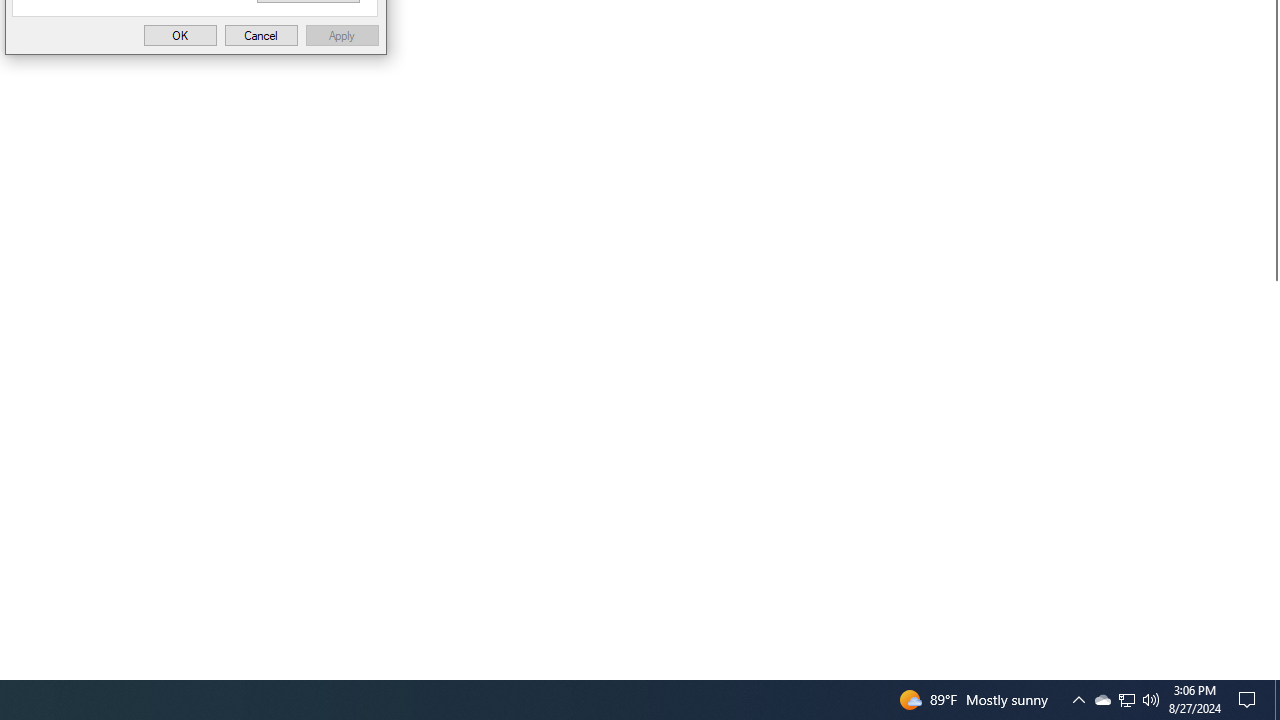 Image resolution: width=1280 pixels, height=720 pixels. I want to click on 'User Promoted Notification Area', so click(1101, 698).